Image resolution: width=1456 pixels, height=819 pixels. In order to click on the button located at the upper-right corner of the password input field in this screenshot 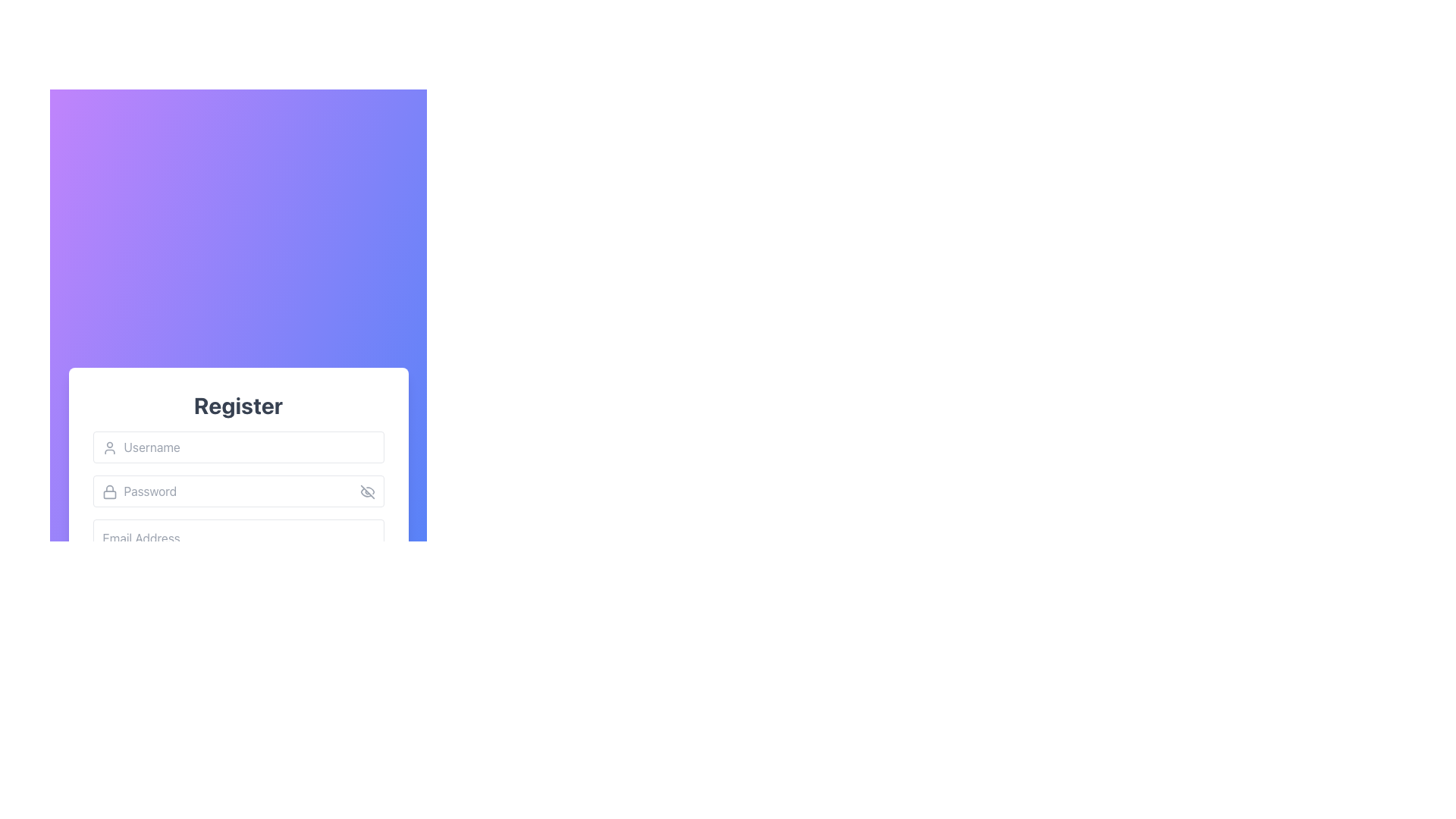, I will do `click(367, 491)`.